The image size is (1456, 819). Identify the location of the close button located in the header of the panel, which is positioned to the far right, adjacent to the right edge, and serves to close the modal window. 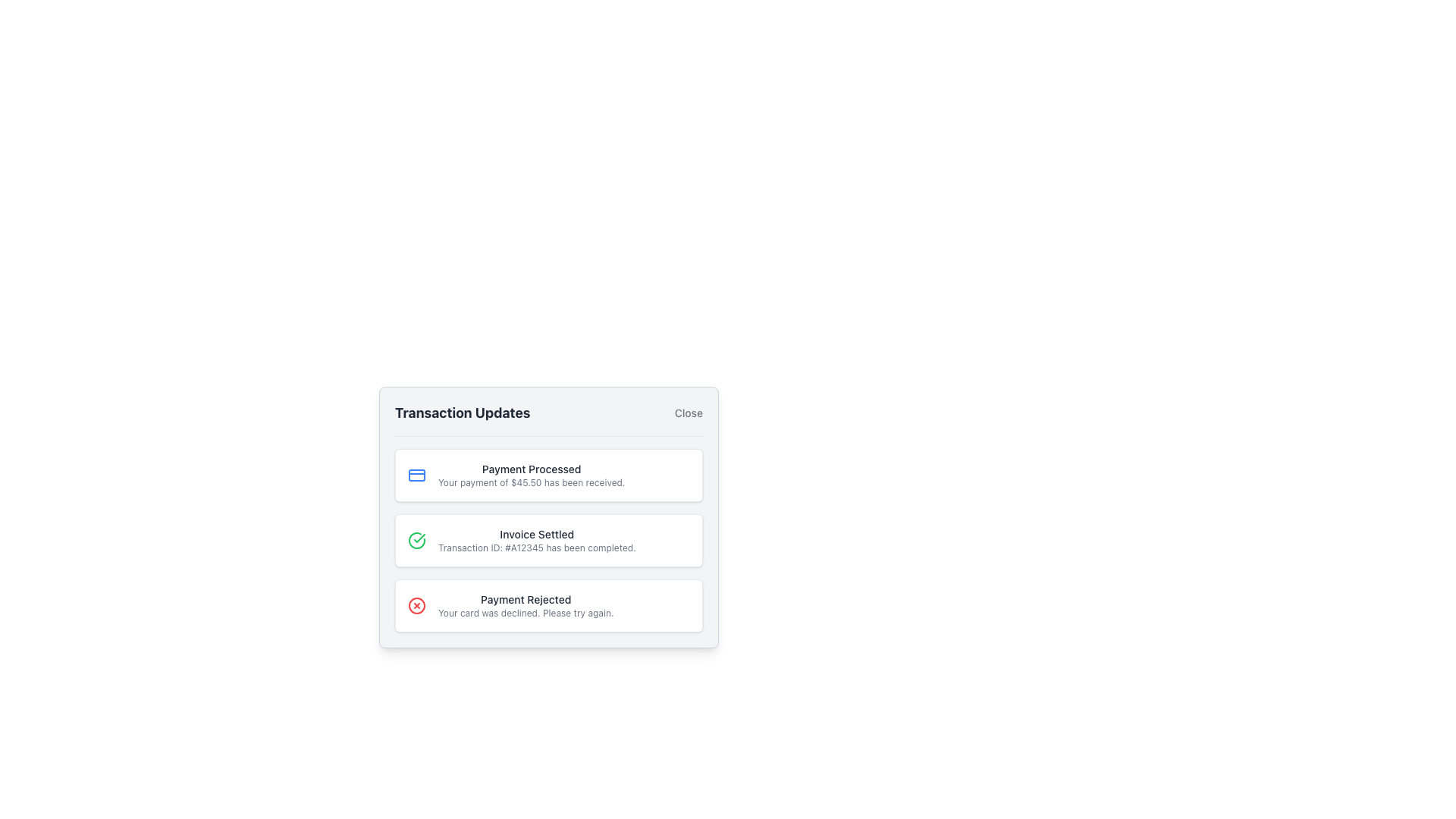
(688, 413).